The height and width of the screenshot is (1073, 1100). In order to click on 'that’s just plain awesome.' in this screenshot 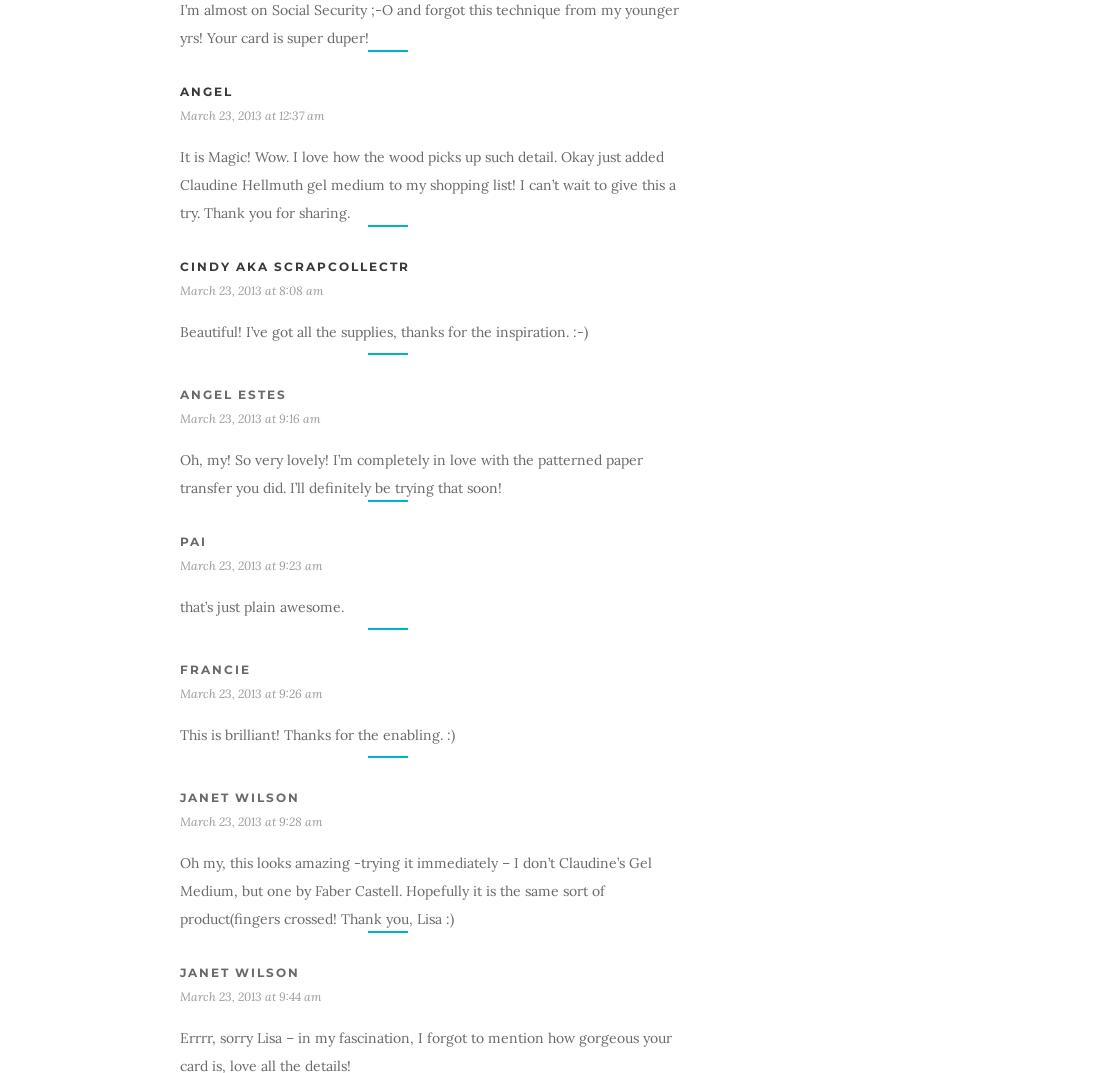, I will do `click(262, 605)`.